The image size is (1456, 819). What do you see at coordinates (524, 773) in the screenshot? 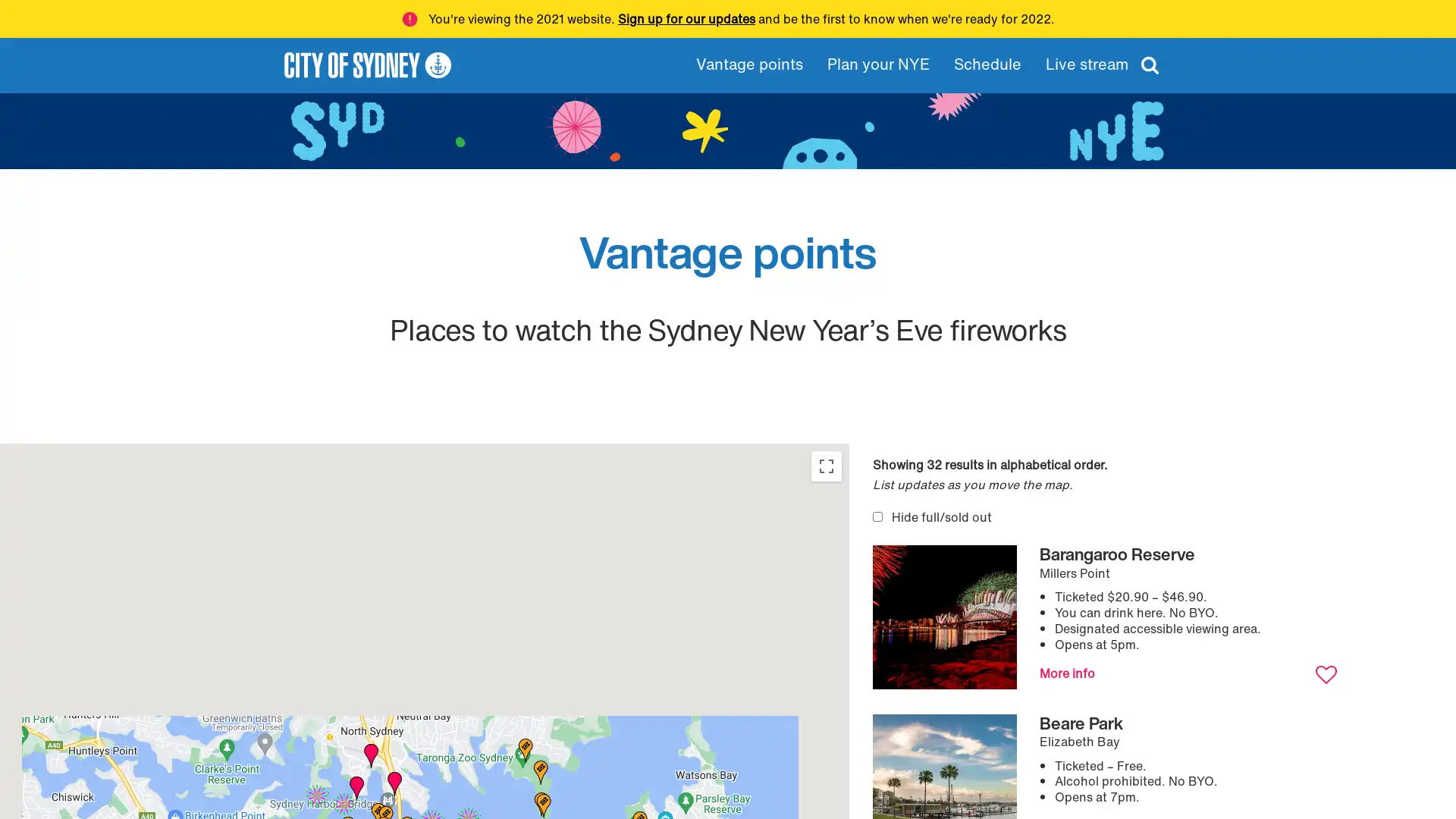
I see `Taronga Zoo` at bounding box center [524, 773].